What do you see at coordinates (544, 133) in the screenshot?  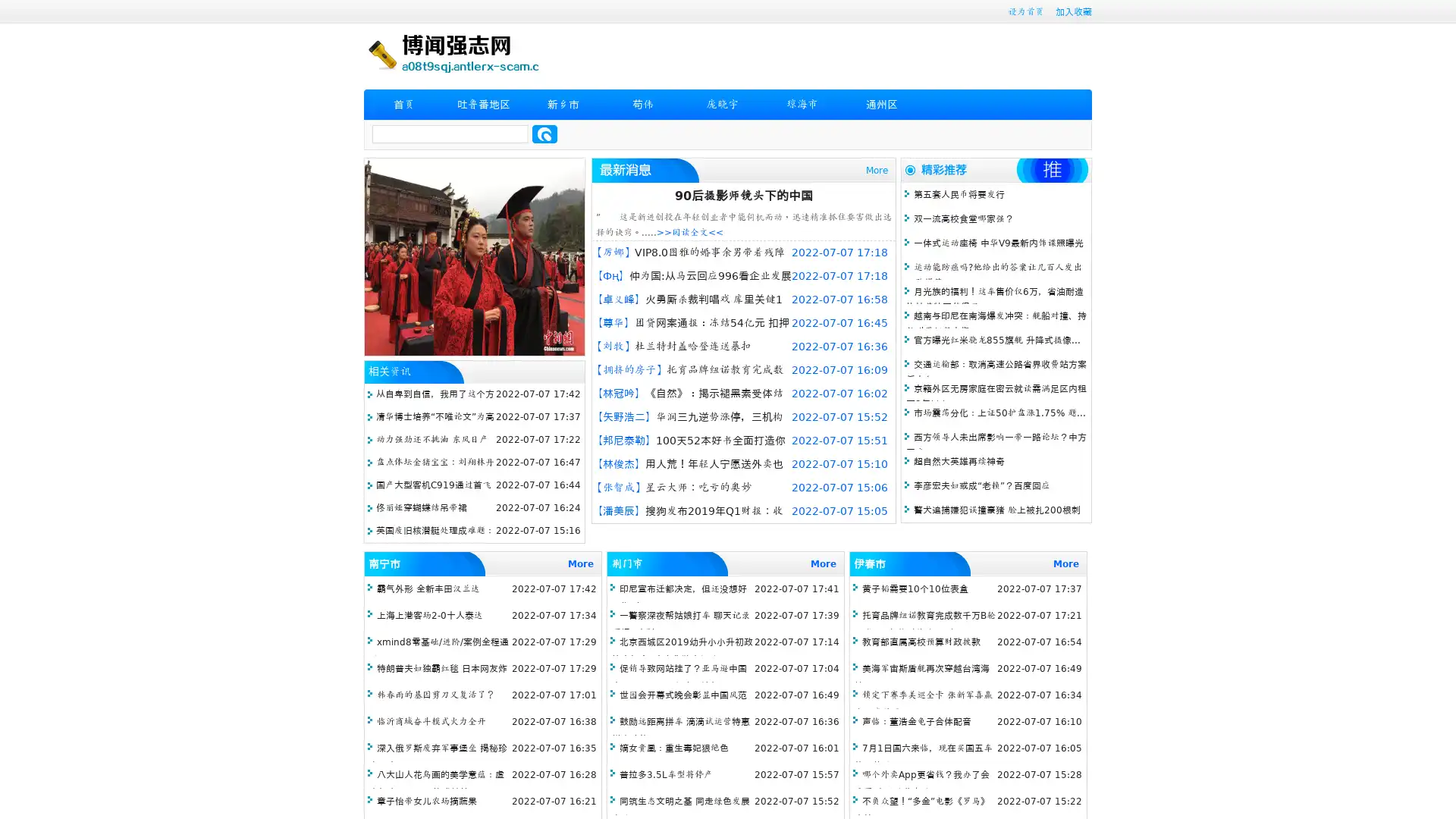 I see `Search` at bounding box center [544, 133].